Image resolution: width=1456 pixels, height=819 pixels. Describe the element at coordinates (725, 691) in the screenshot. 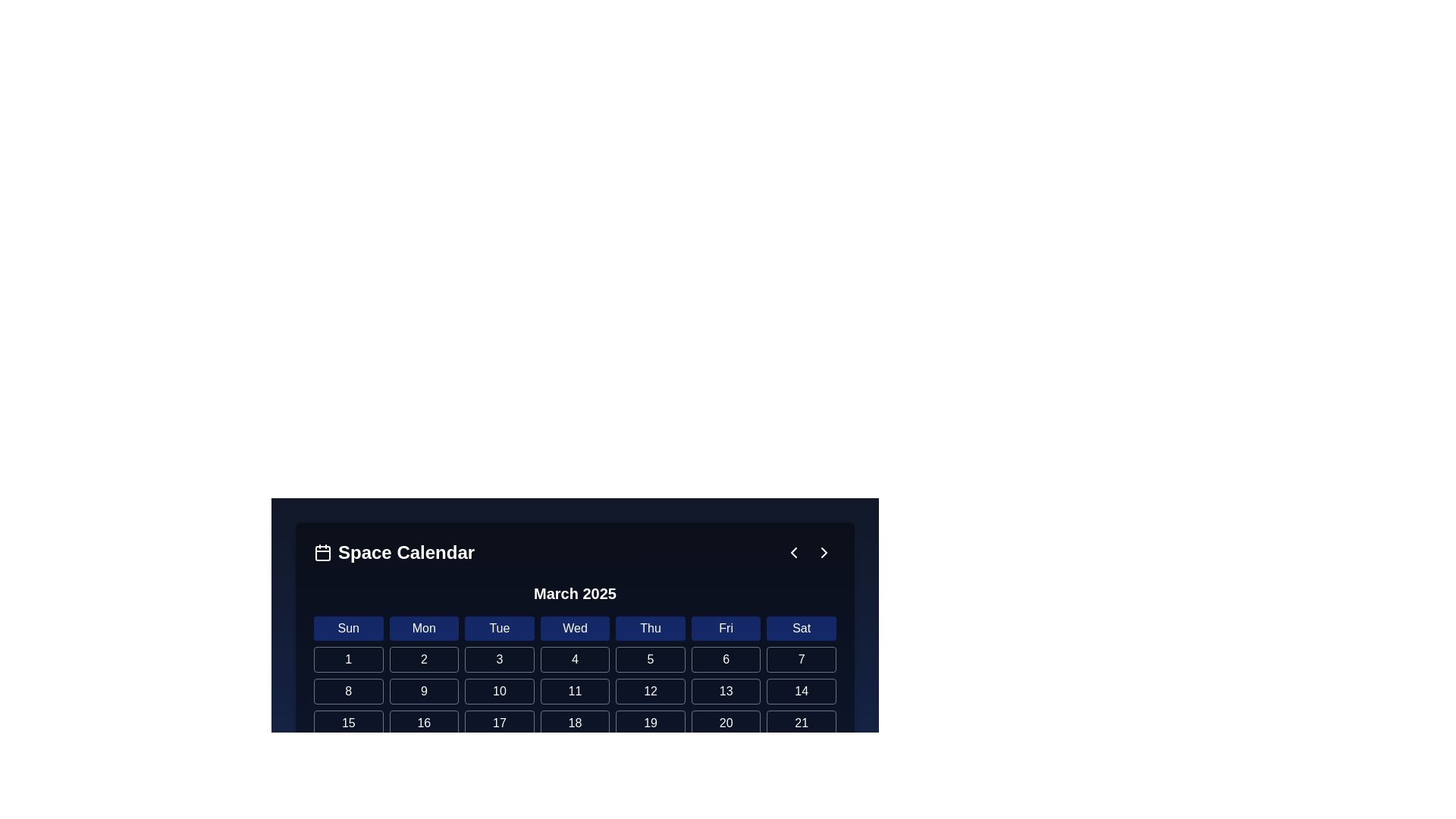

I see `the calendar date cell displaying the number '13' with a white font` at that location.